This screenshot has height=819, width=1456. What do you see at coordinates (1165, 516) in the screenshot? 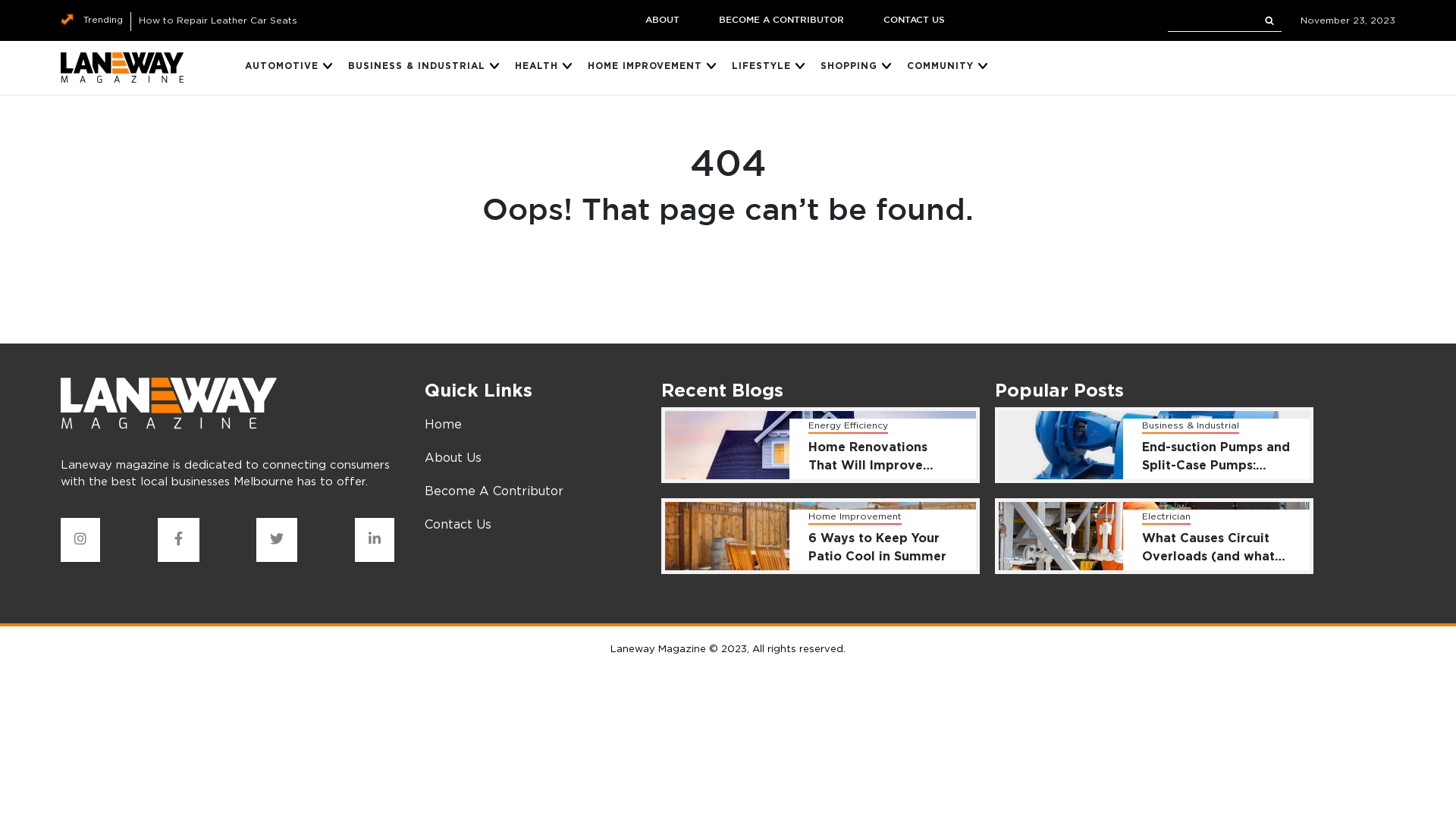
I see `'Electrician'` at bounding box center [1165, 516].